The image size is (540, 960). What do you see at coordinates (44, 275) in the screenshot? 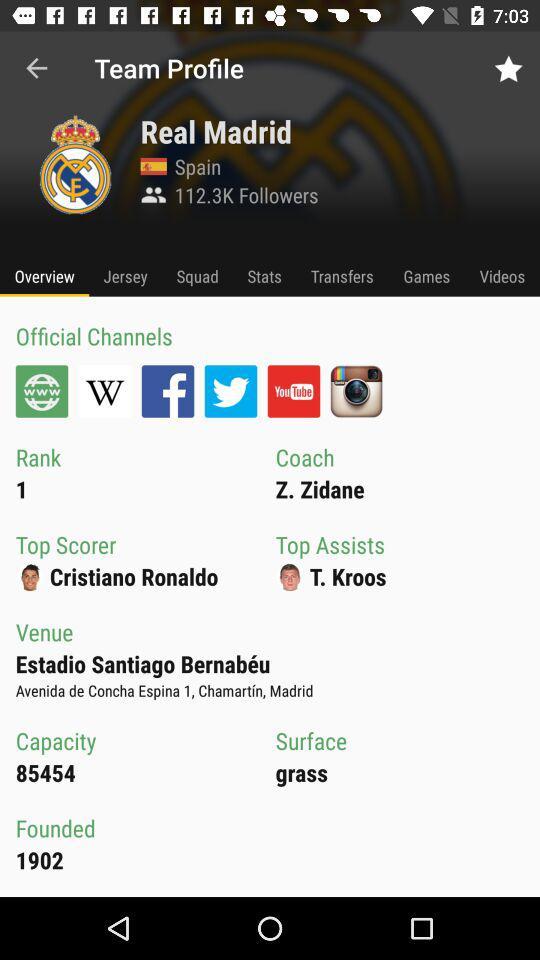
I see `the item above official channels icon` at bounding box center [44, 275].